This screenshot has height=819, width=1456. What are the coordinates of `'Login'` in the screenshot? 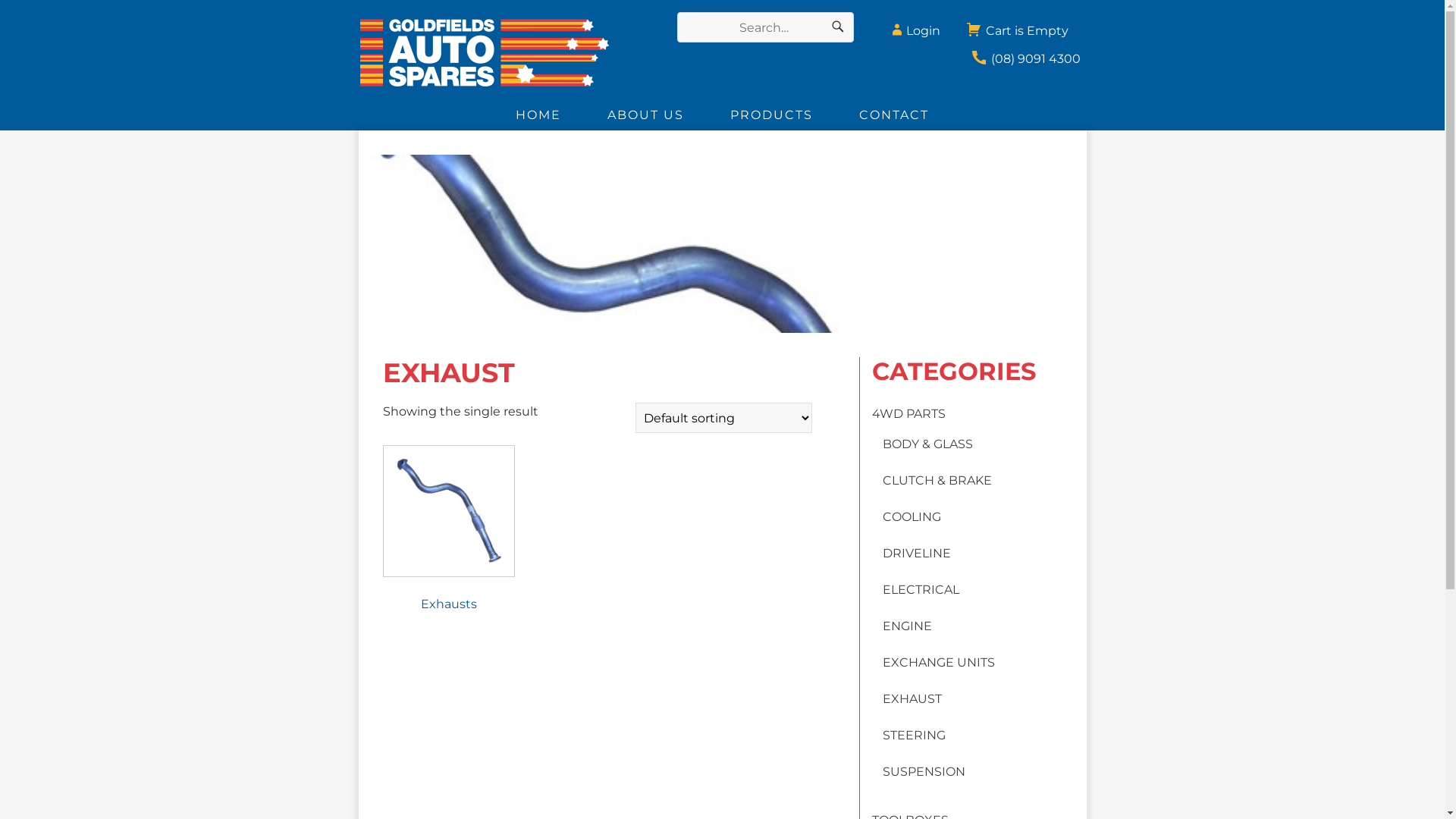 It's located at (912, 26).